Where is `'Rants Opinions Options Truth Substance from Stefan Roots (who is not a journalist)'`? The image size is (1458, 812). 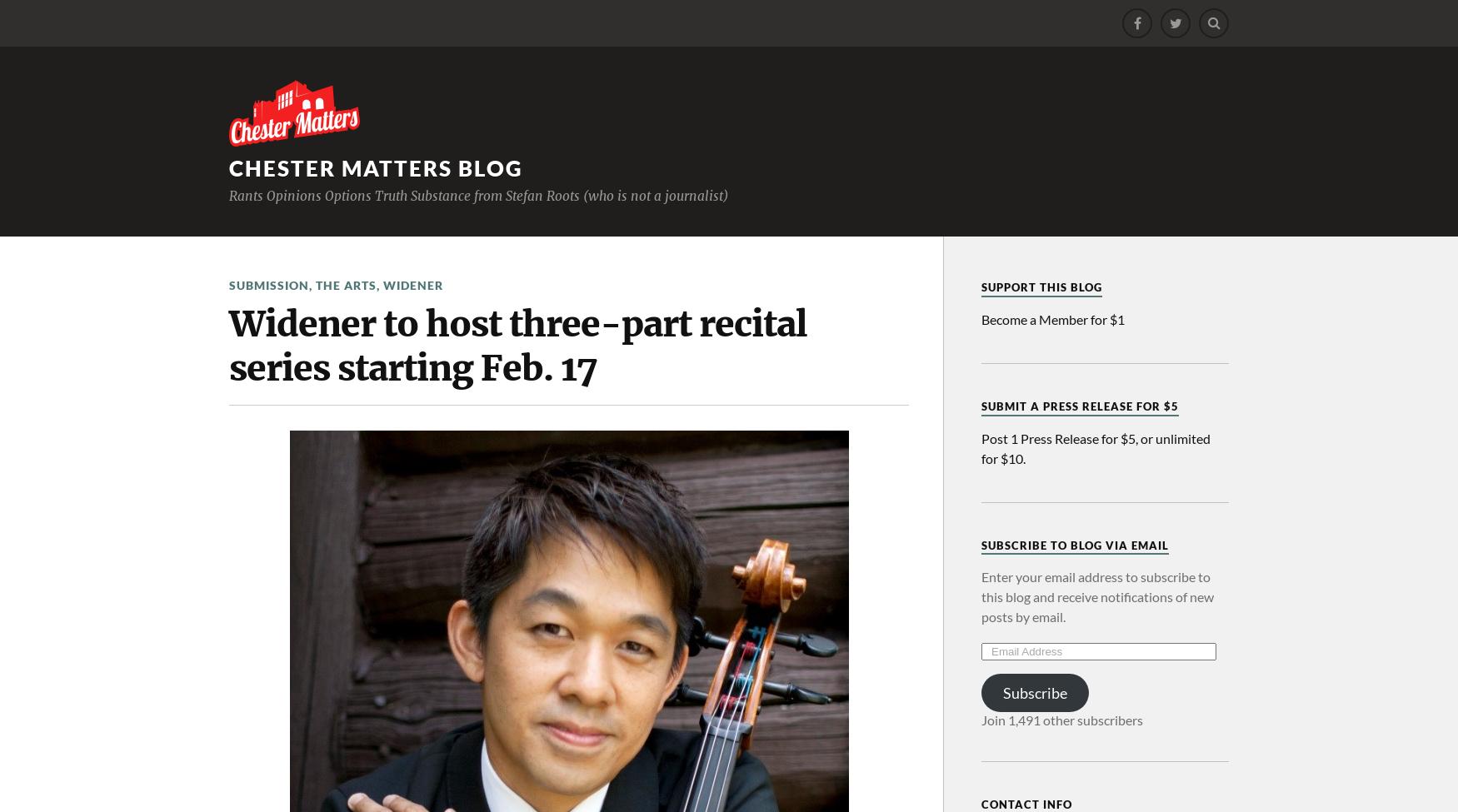
'Rants Opinions Options Truth Substance from Stefan Roots (who is not a journalist)' is located at coordinates (478, 195).